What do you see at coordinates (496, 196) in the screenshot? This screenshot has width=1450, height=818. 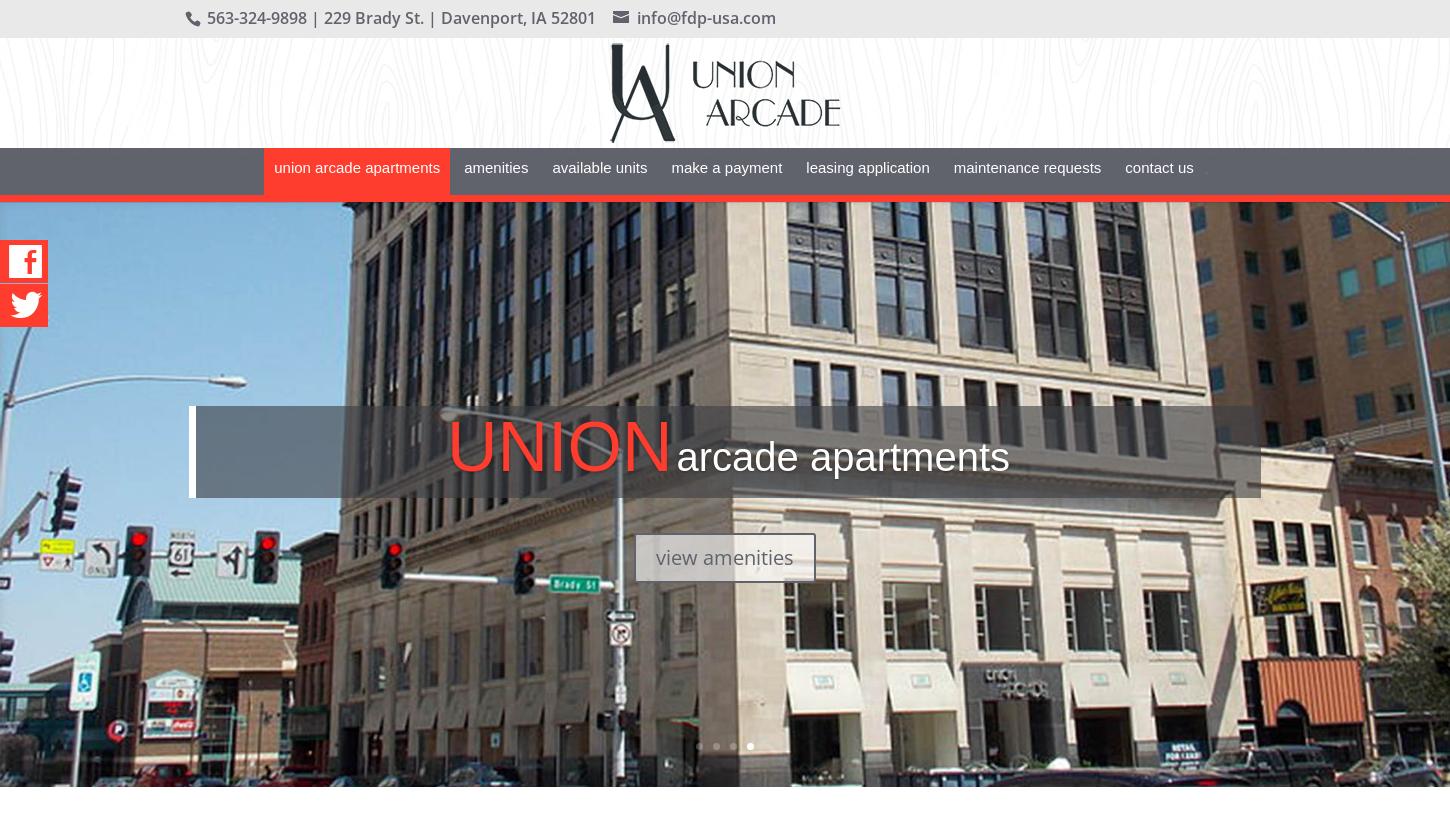 I see `'Amenities'` at bounding box center [496, 196].